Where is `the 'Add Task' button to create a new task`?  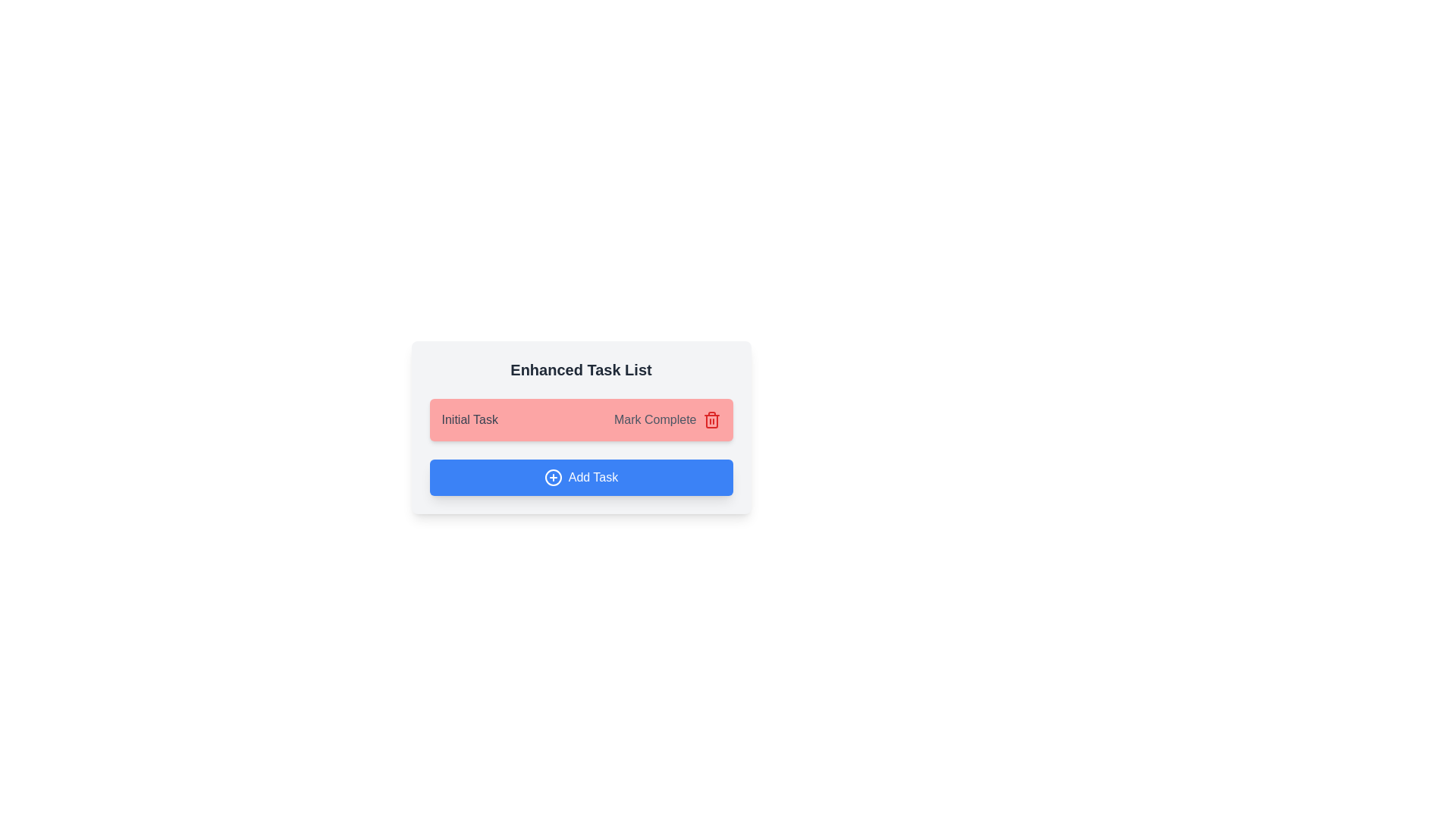 the 'Add Task' button to create a new task is located at coordinates (580, 476).